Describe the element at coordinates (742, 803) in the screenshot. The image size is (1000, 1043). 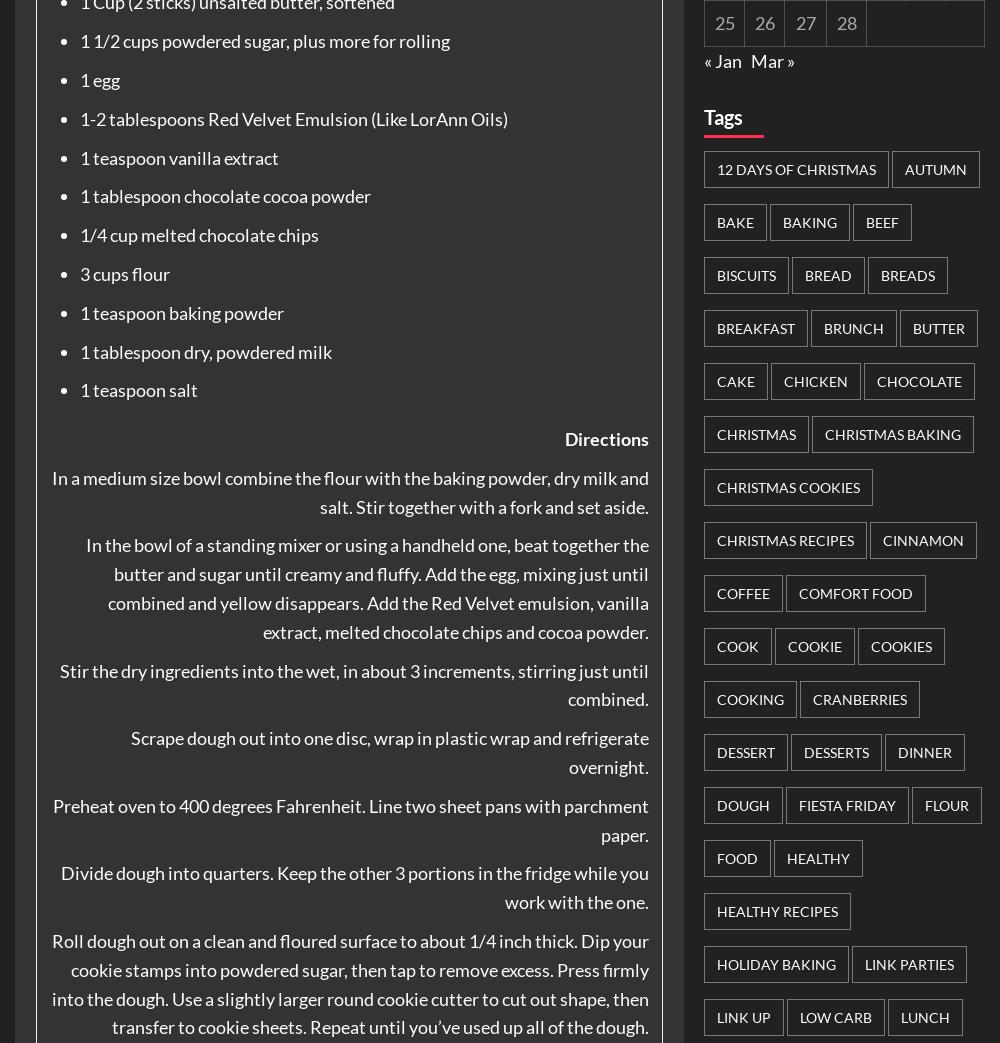
I see `'Dough'` at that location.